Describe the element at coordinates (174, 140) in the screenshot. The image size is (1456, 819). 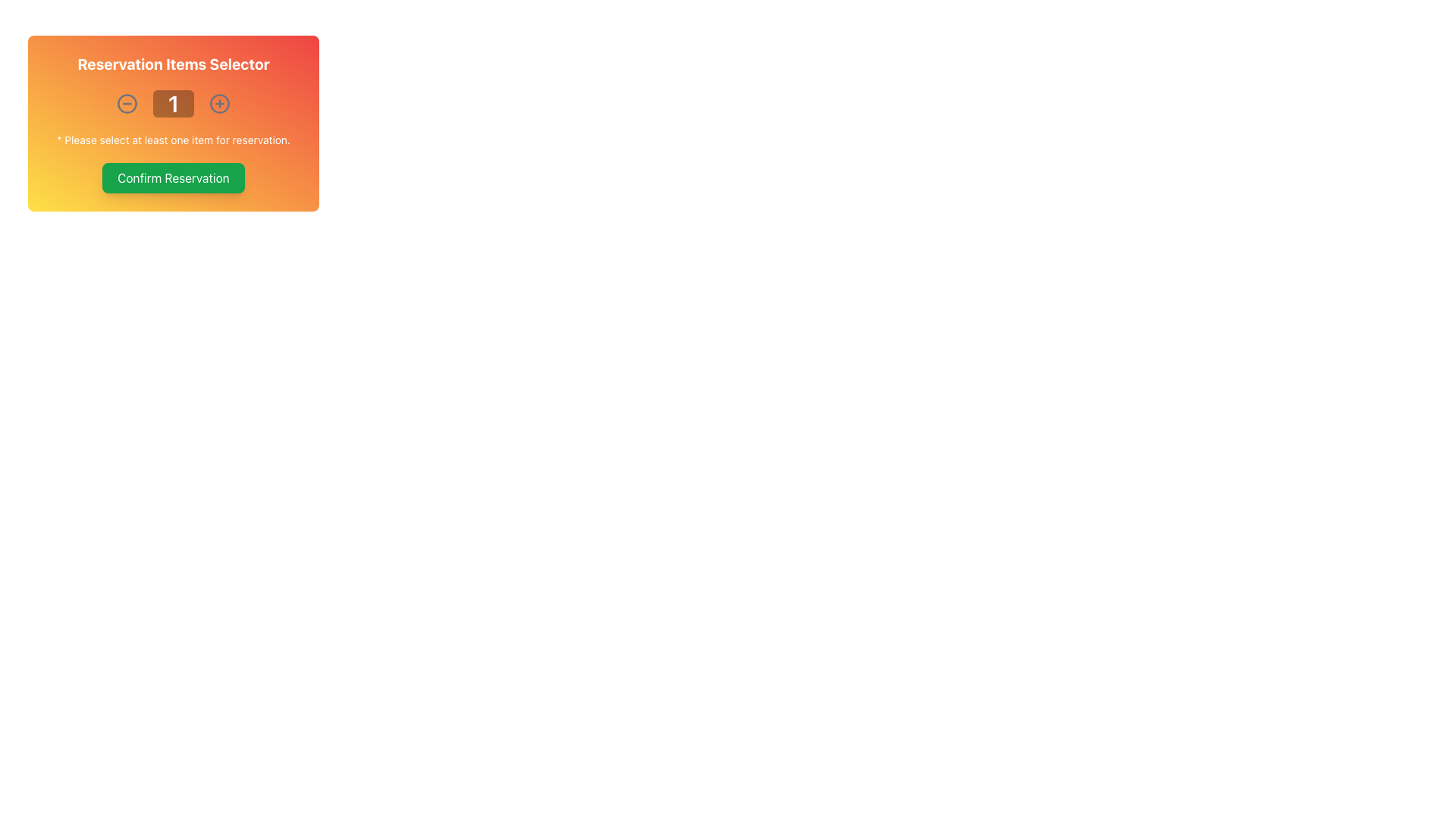
I see `the informational Text Label that reminds the user to select at least one item for reservation, positioned between the numeric display and the Confirm Reservation button` at that location.